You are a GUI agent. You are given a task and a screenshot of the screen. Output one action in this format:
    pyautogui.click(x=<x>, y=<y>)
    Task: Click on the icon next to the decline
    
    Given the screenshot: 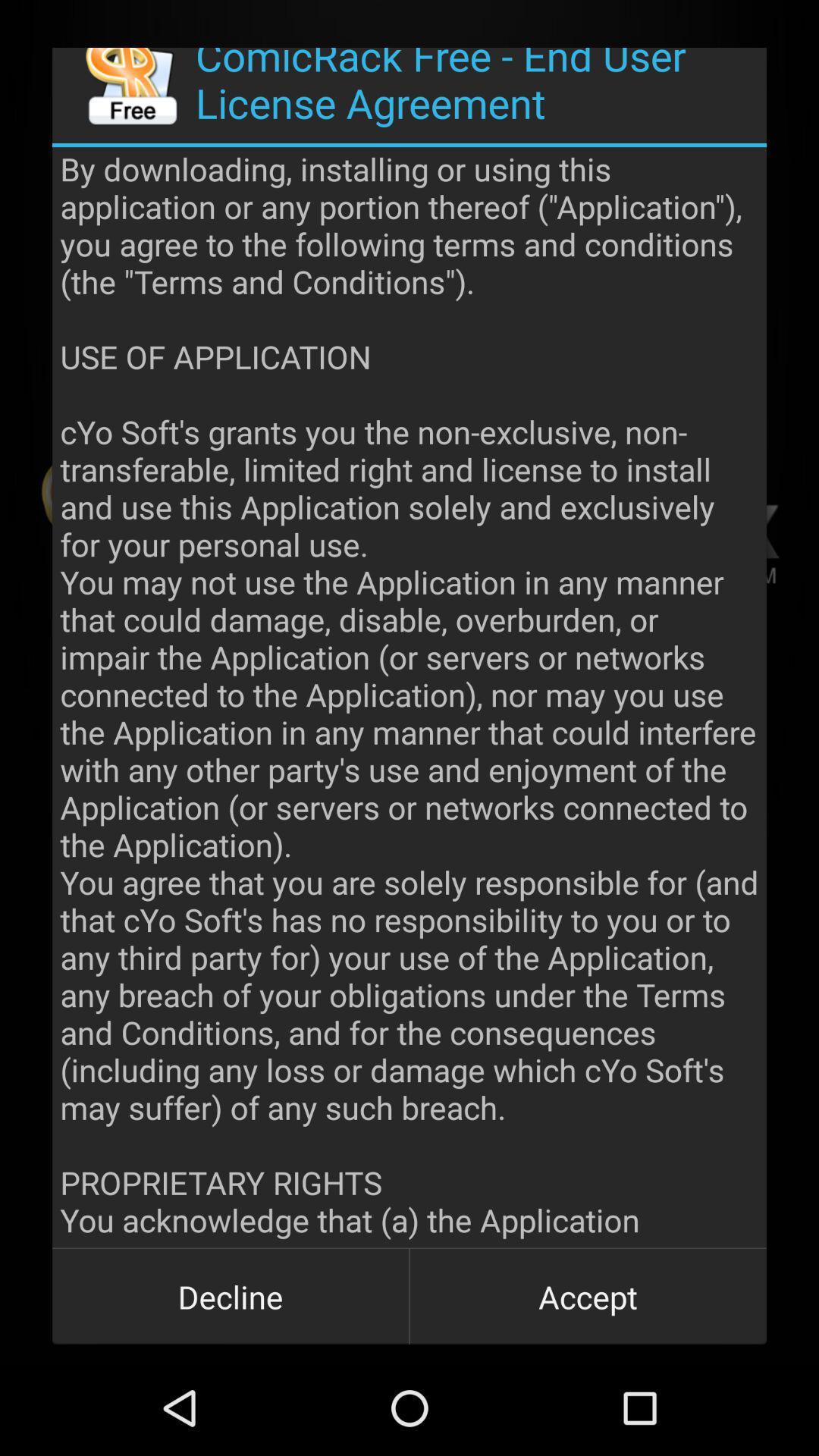 What is the action you would take?
    pyautogui.click(x=587, y=1295)
    